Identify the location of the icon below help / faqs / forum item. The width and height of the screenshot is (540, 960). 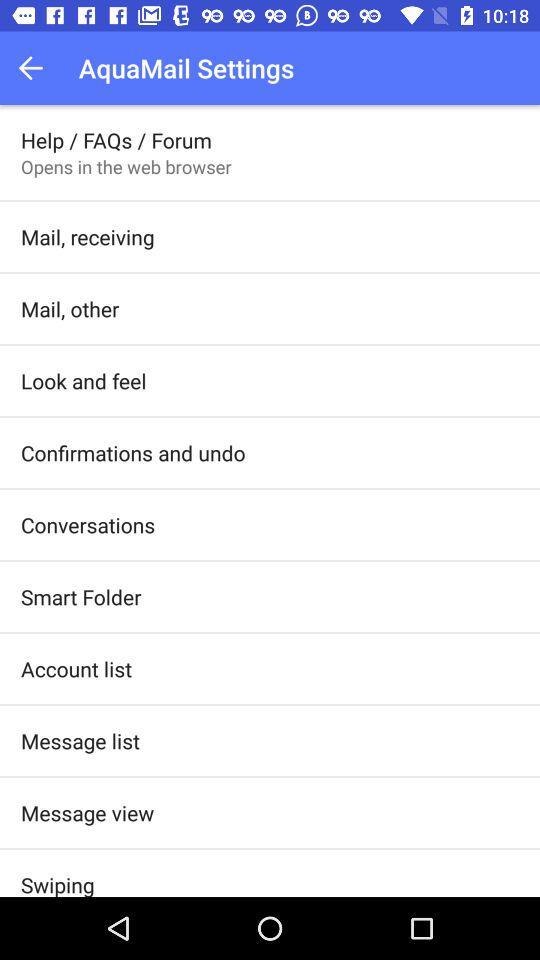
(126, 165).